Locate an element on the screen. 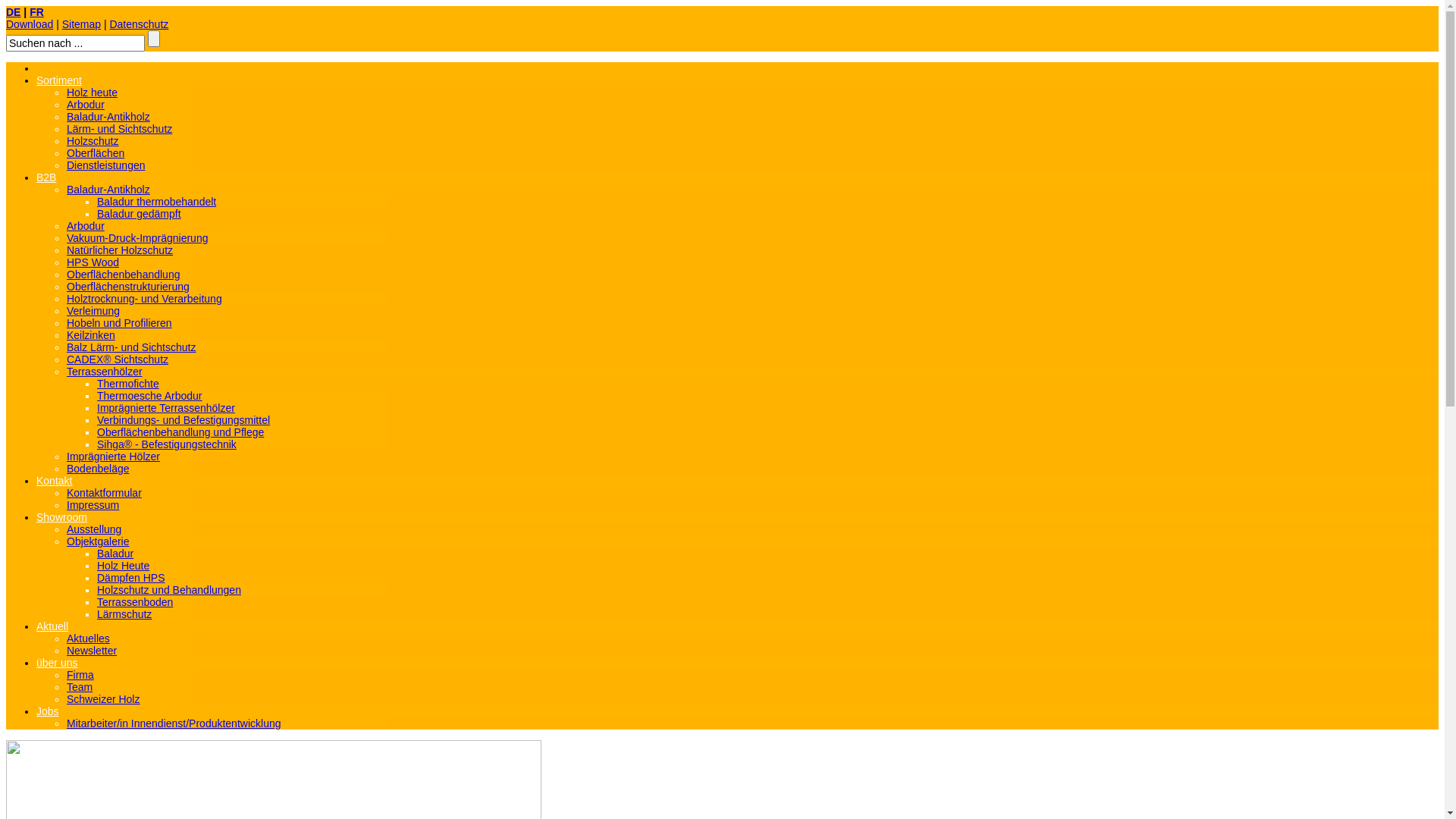 The width and height of the screenshot is (1456, 819). 'Baladur-Antikholz' is located at coordinates (108, 116).